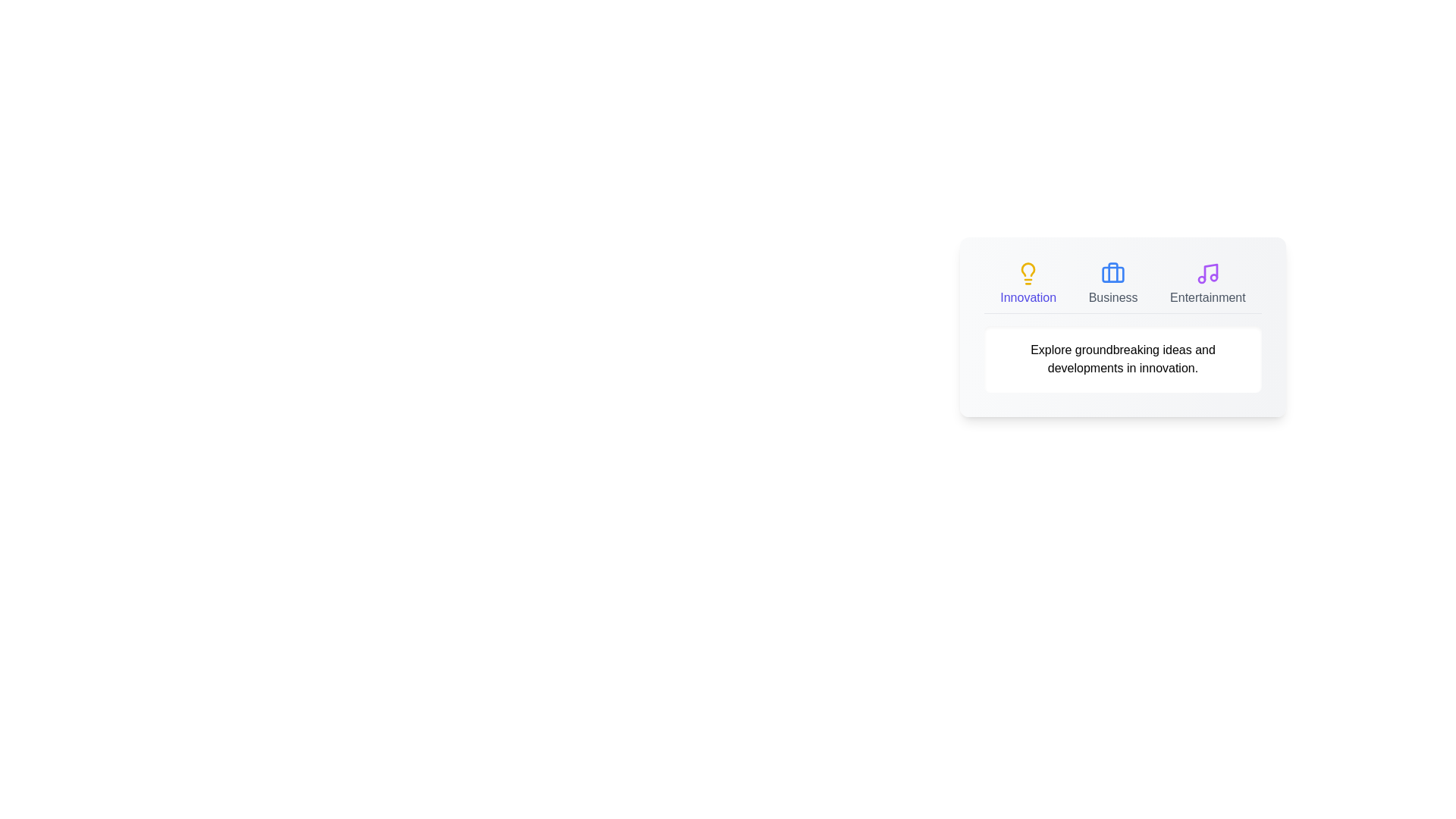 The image size is (1456, 819). Describe the element at coordinates (1113, 284) in the screenshot. I see `the Business tab to view its content` at that location.